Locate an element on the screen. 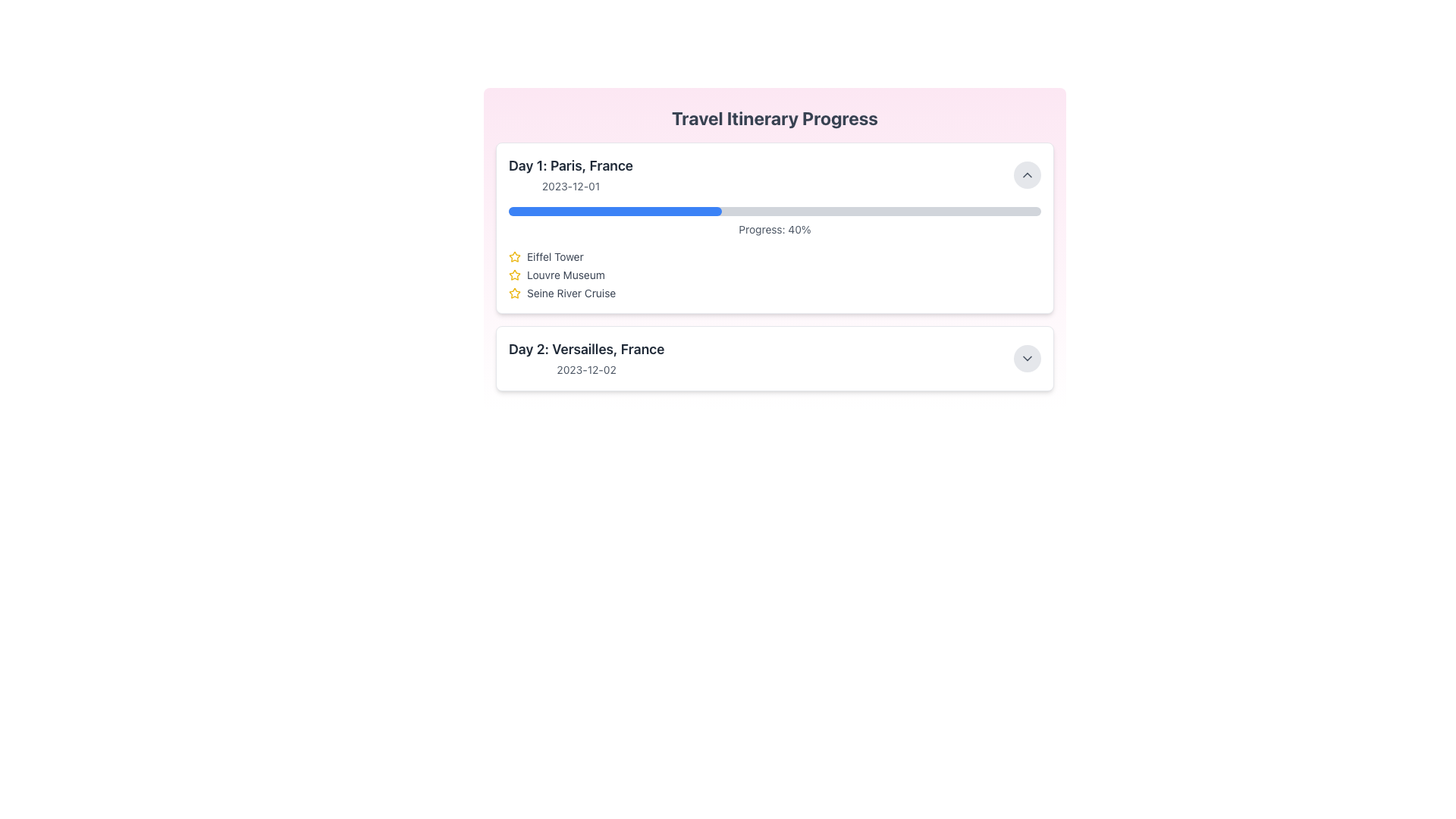  the second entry in the list, which represents the Louvre Museum is located at coordinates (775, 275).